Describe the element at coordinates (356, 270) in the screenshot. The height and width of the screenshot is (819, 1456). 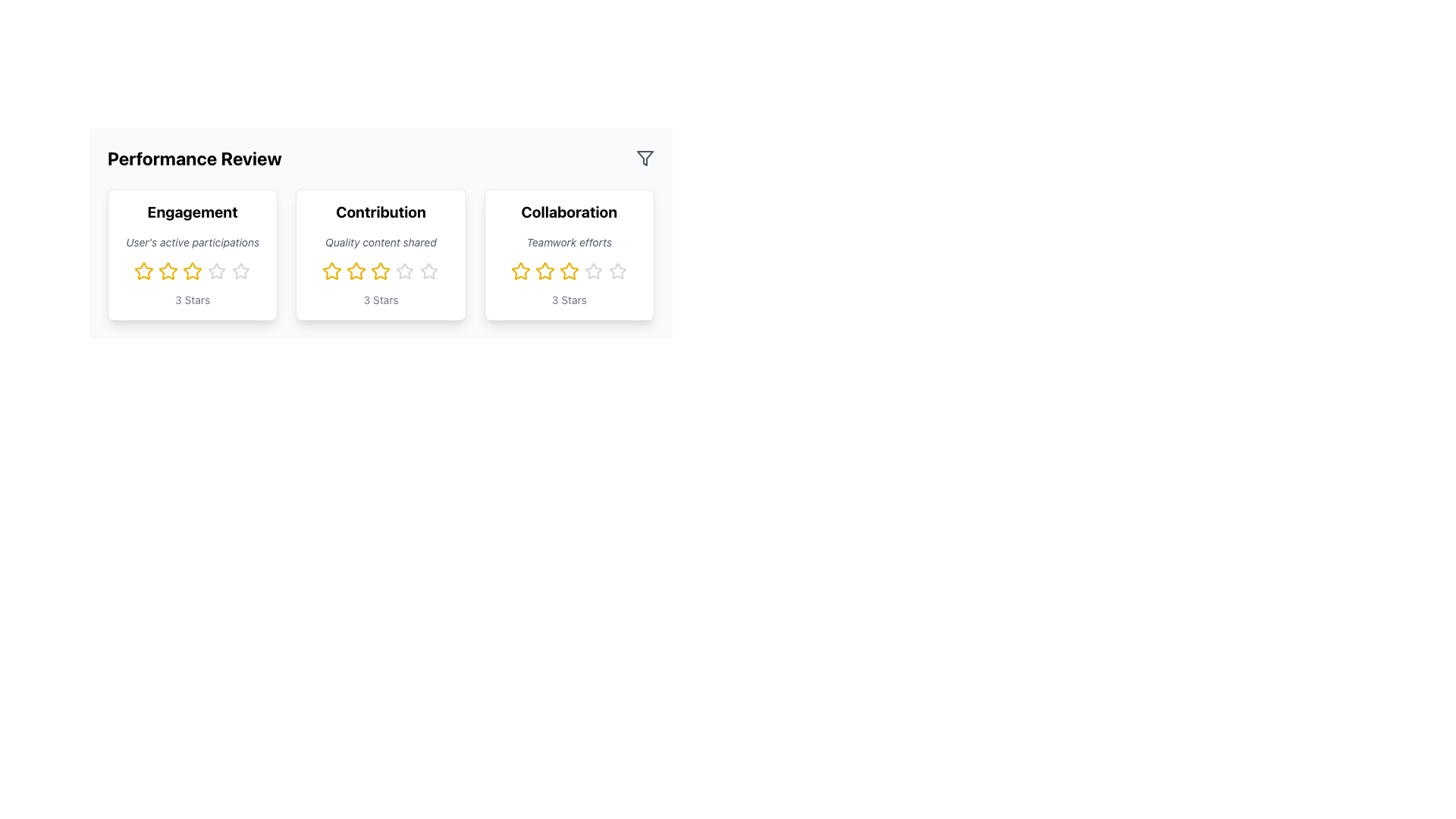
I see `the third star icon in the rating system under the 'Contribution' card` at that location.